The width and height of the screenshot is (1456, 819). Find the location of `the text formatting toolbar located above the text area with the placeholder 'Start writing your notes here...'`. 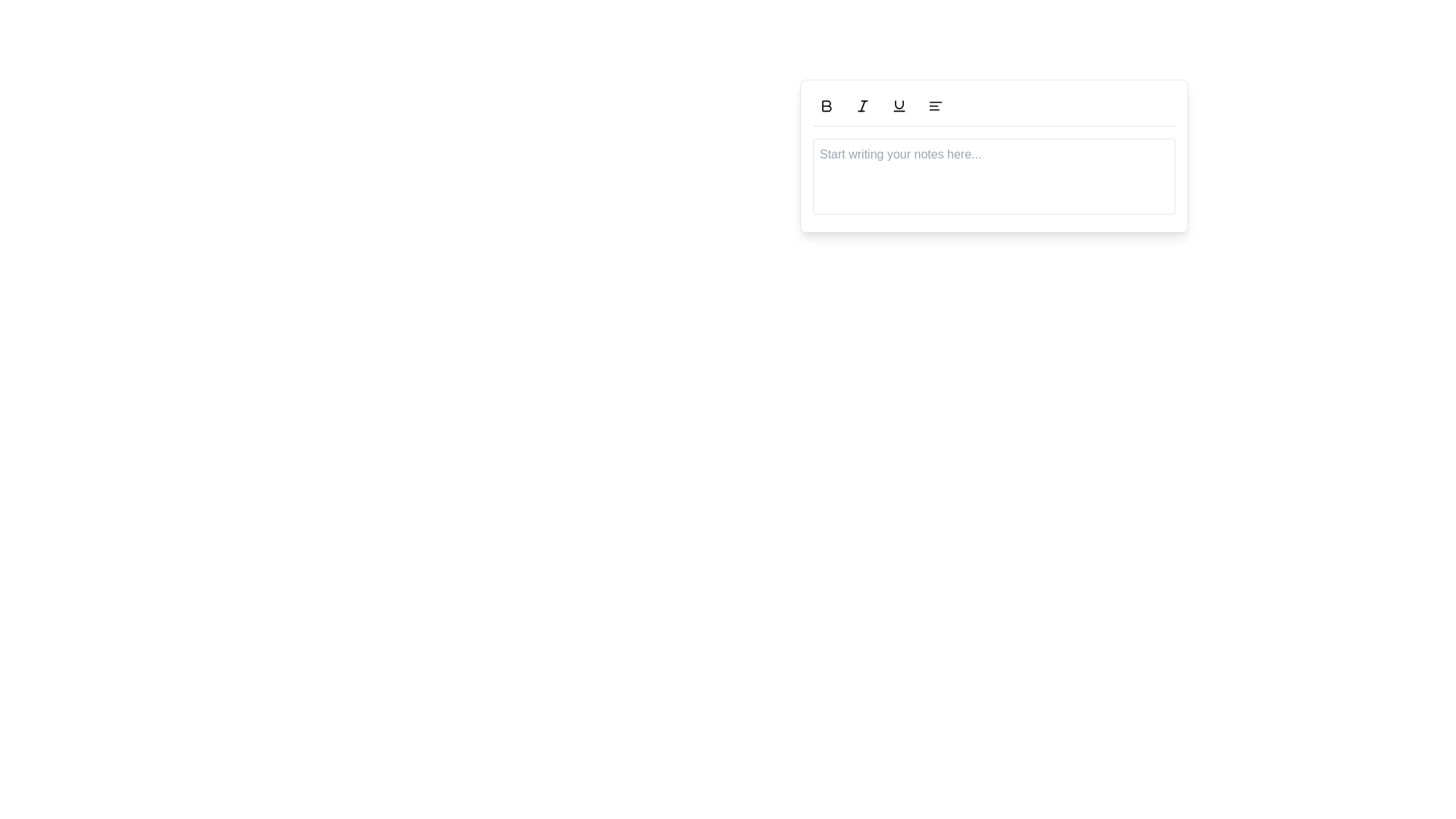

the text formatting toolbar located above the text area with the placeholder 'Start writing your notes here...' is located at coordinates (993, 108).